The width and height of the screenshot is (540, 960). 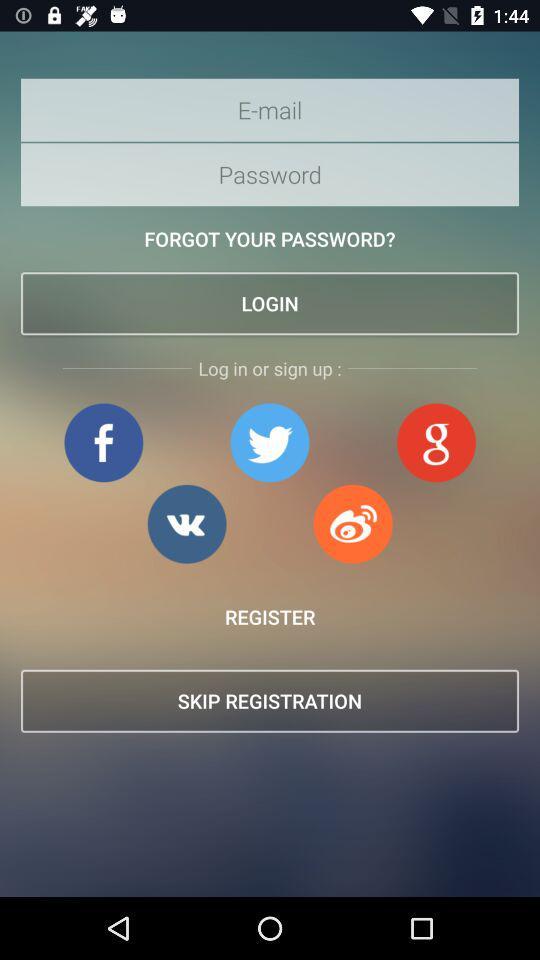 What do you see at coordinates (270, 701) in the screenshot?
I see `the skip registration button` at bounding box center [270, 701].